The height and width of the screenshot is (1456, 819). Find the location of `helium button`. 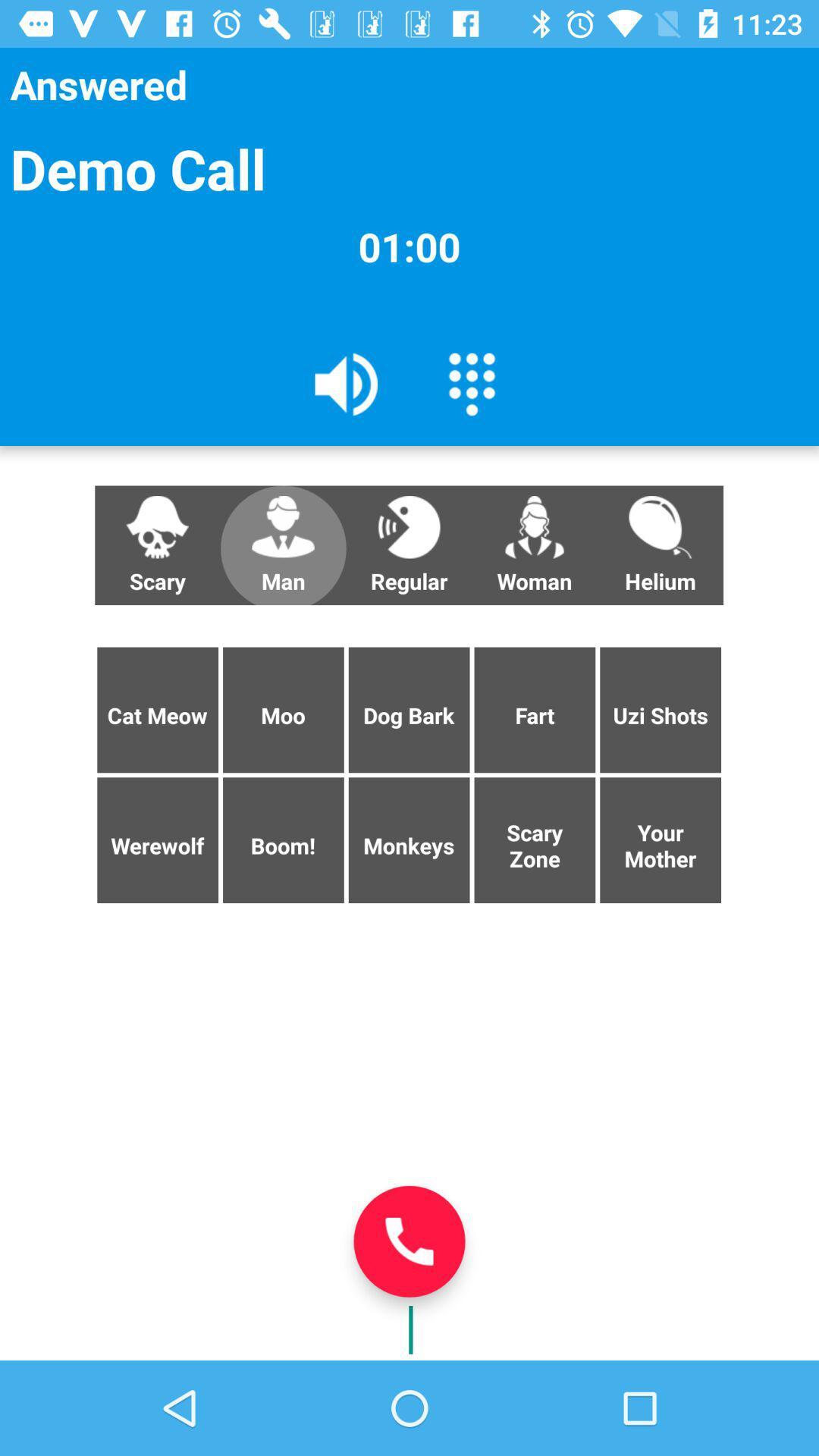

helium button is located at coordinates (660, 545).